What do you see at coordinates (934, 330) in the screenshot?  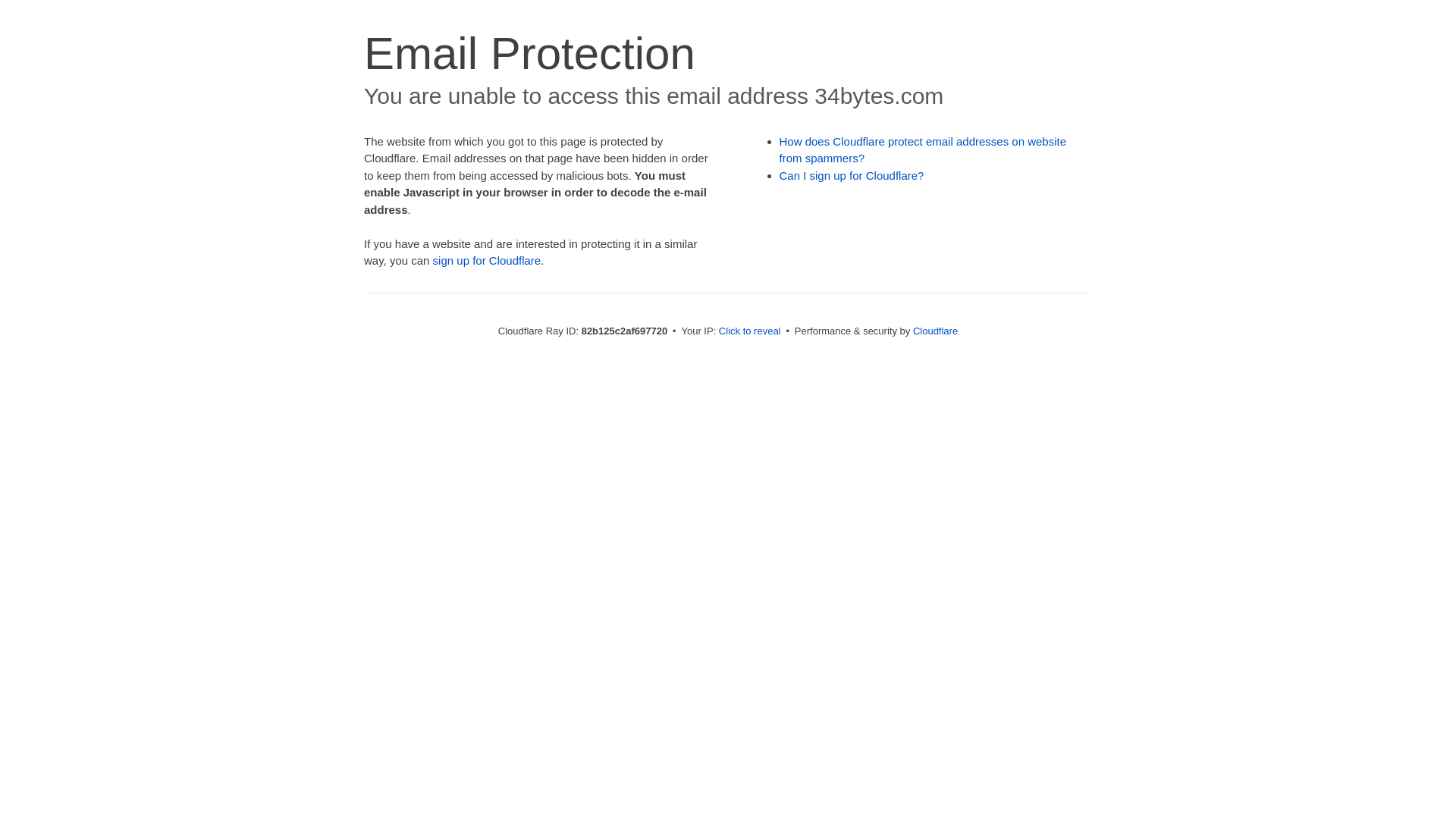 I see `'Cloudflare'` at bounding box center [934, 330].